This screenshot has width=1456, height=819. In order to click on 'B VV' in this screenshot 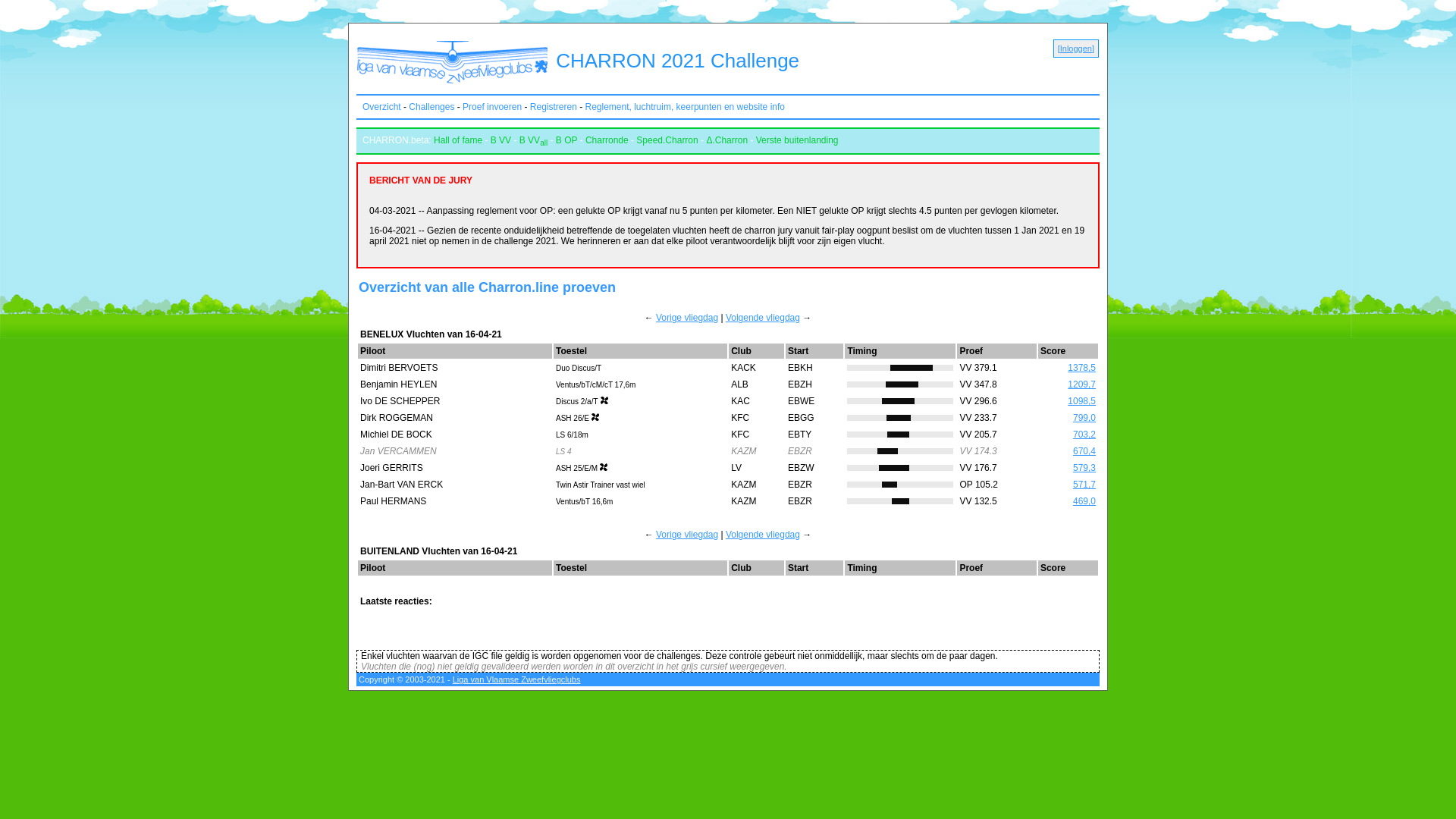, I will do `click(500, 140)`.